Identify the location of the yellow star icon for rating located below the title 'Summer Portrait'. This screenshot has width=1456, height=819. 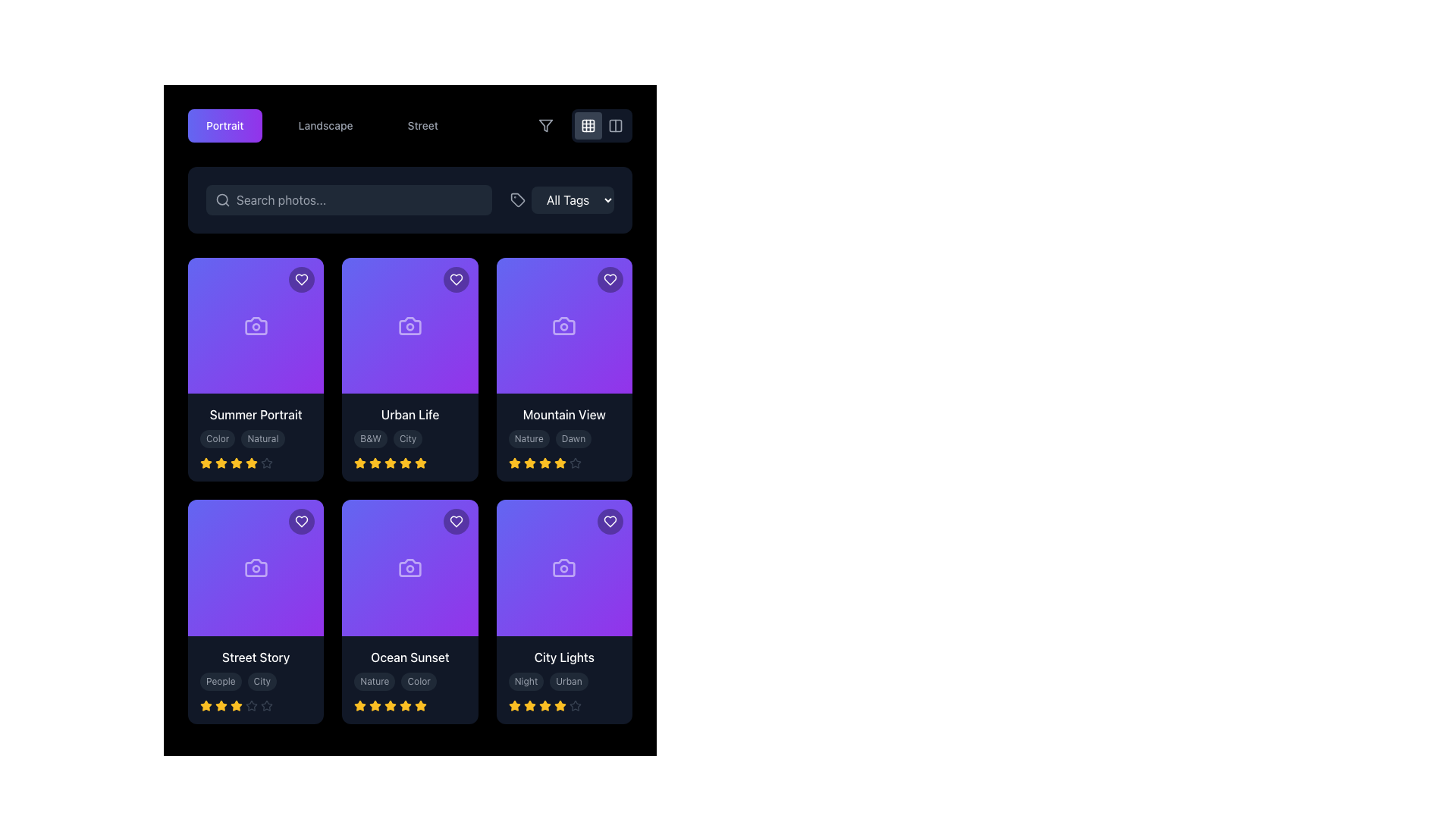
(206, 463).